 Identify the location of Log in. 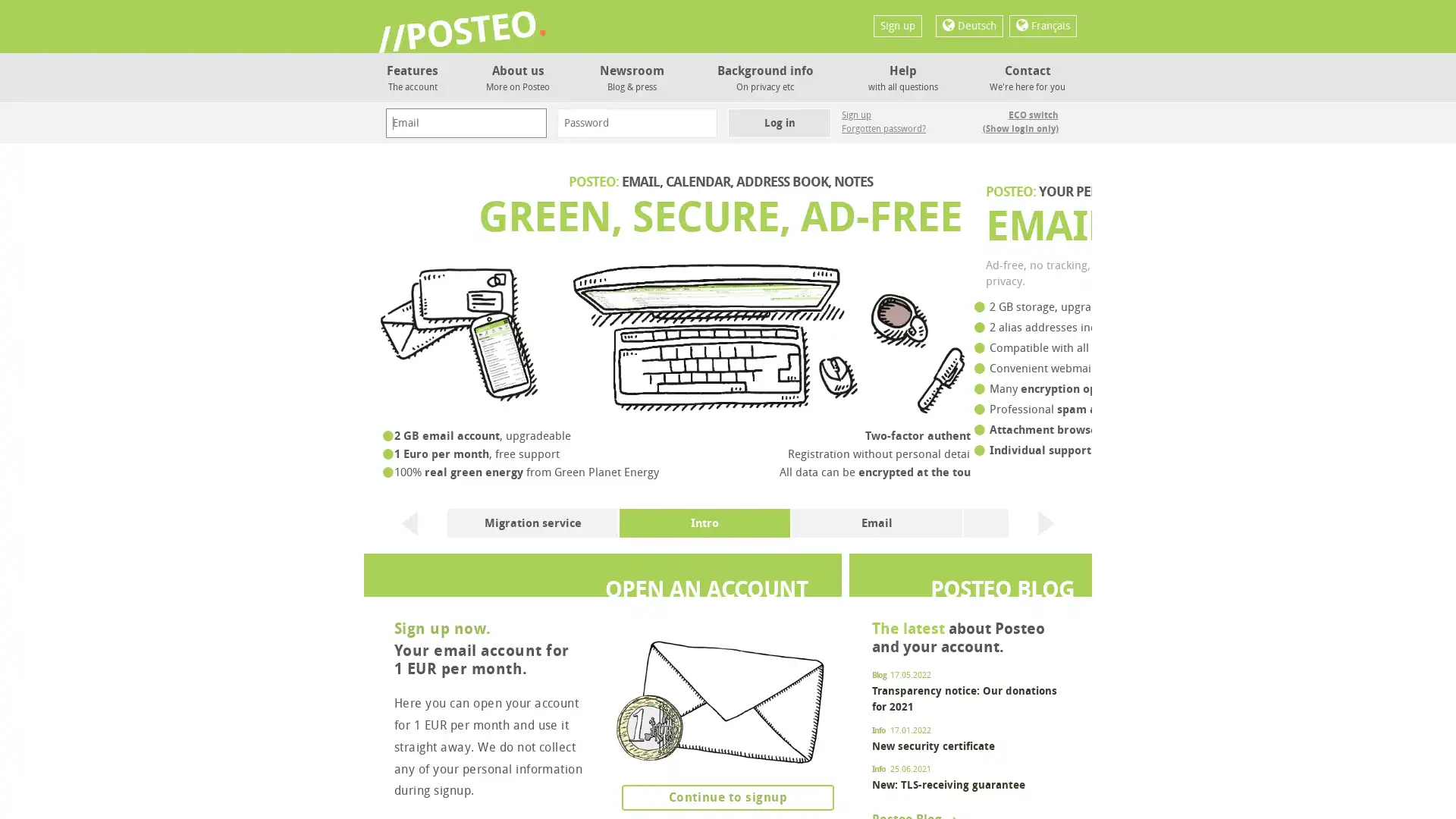
(779, 122).